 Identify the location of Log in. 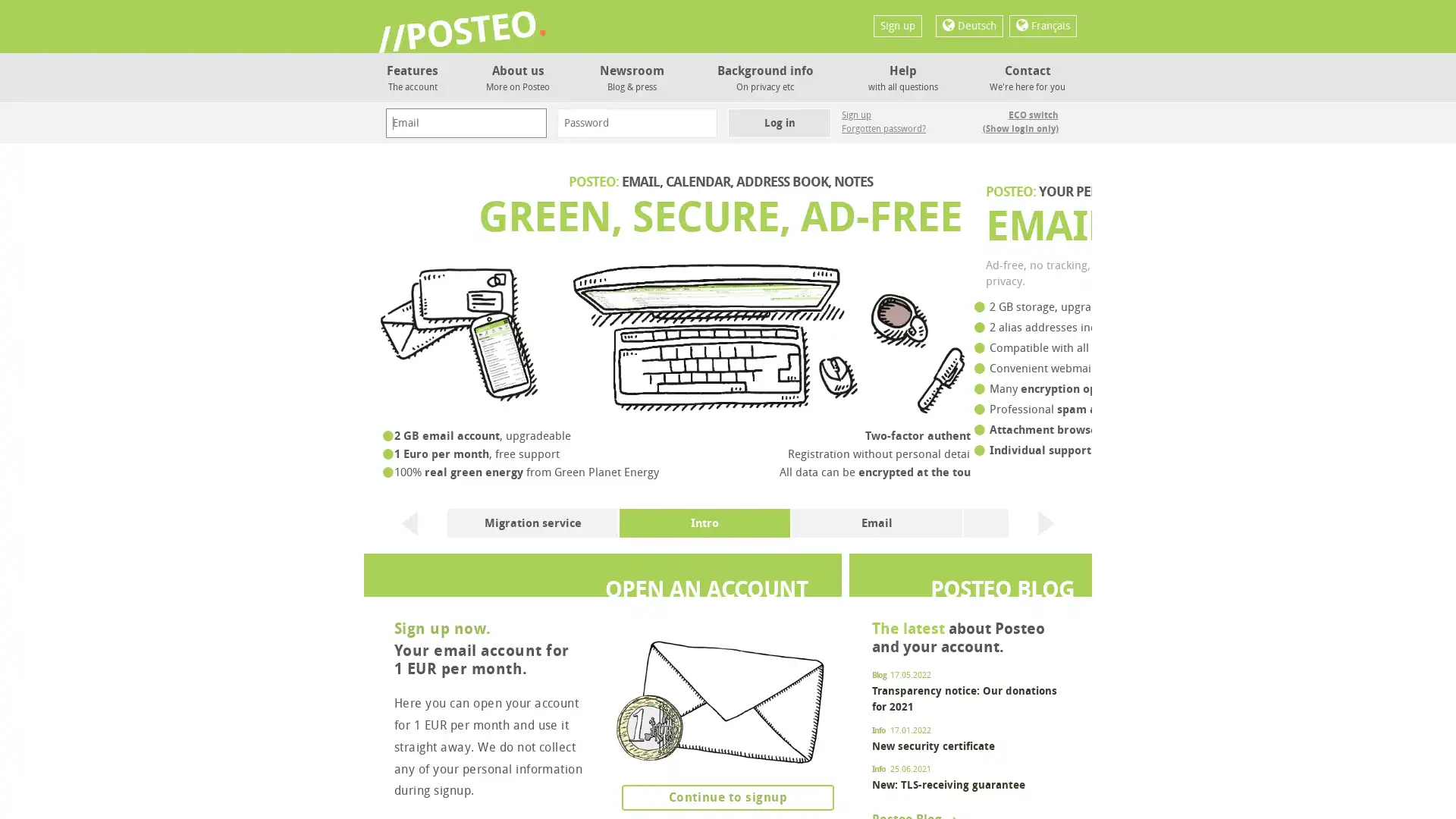
(779, 122).